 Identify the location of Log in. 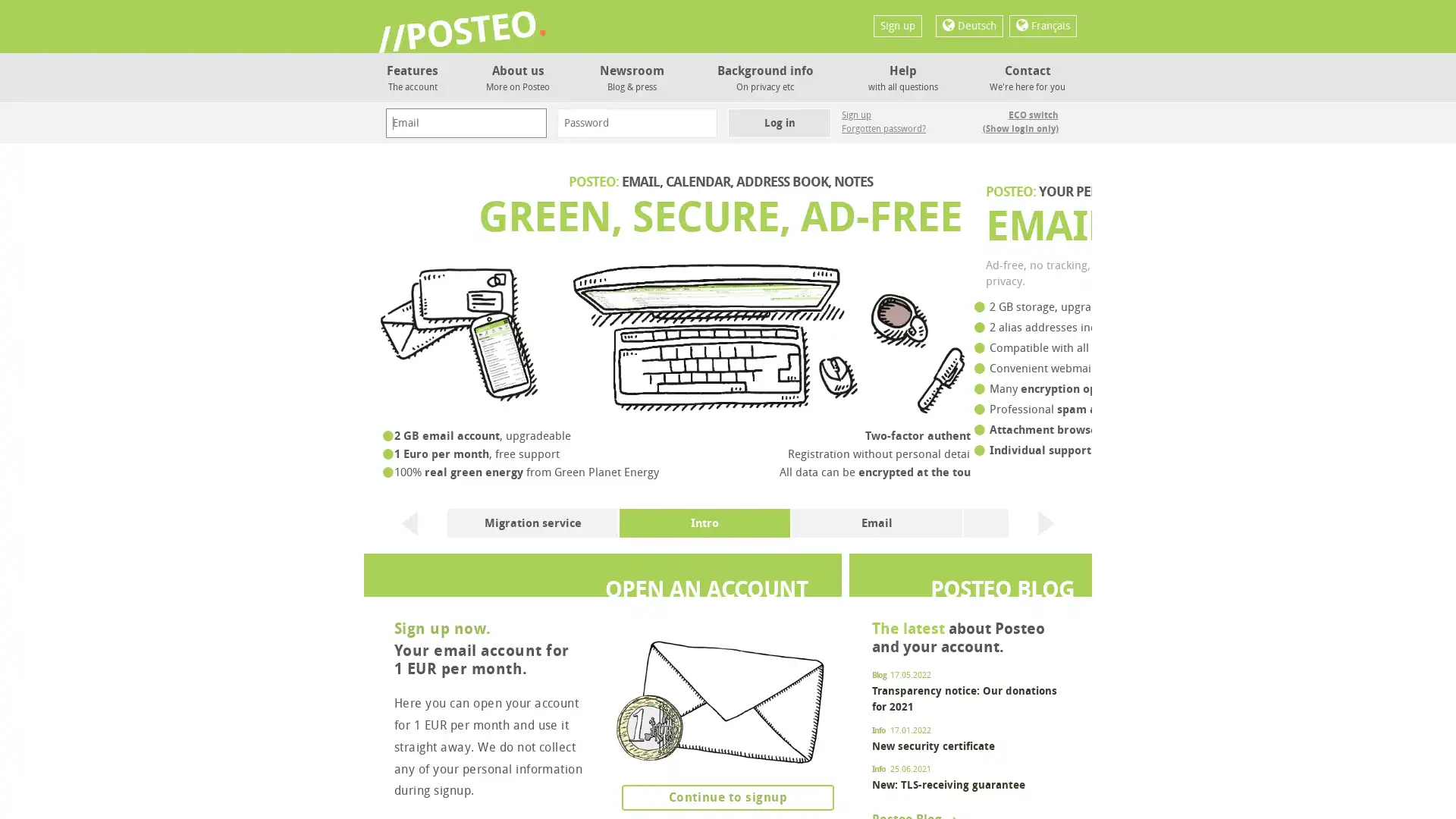
(779, 122).